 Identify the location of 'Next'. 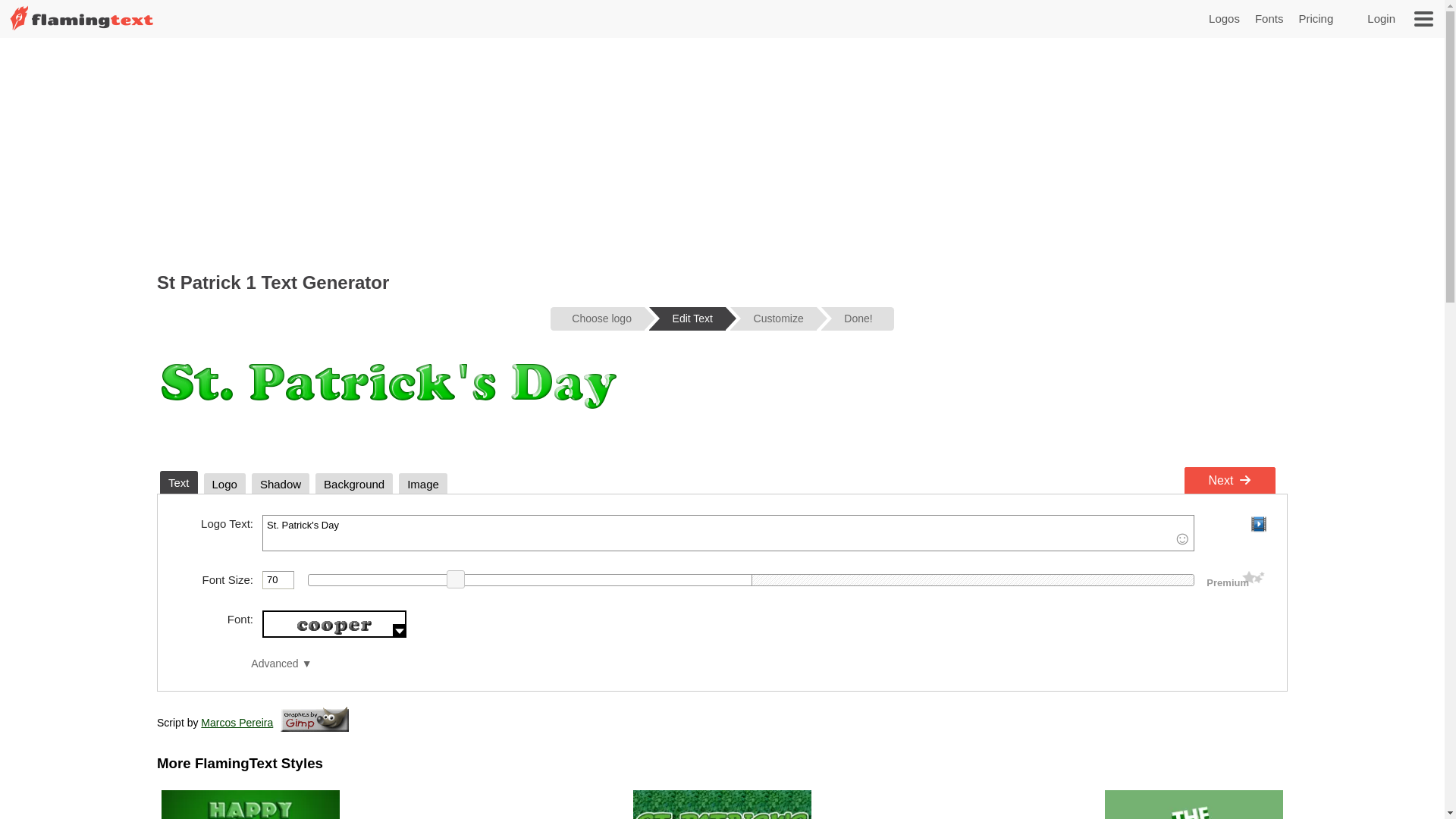
(1183, 480).